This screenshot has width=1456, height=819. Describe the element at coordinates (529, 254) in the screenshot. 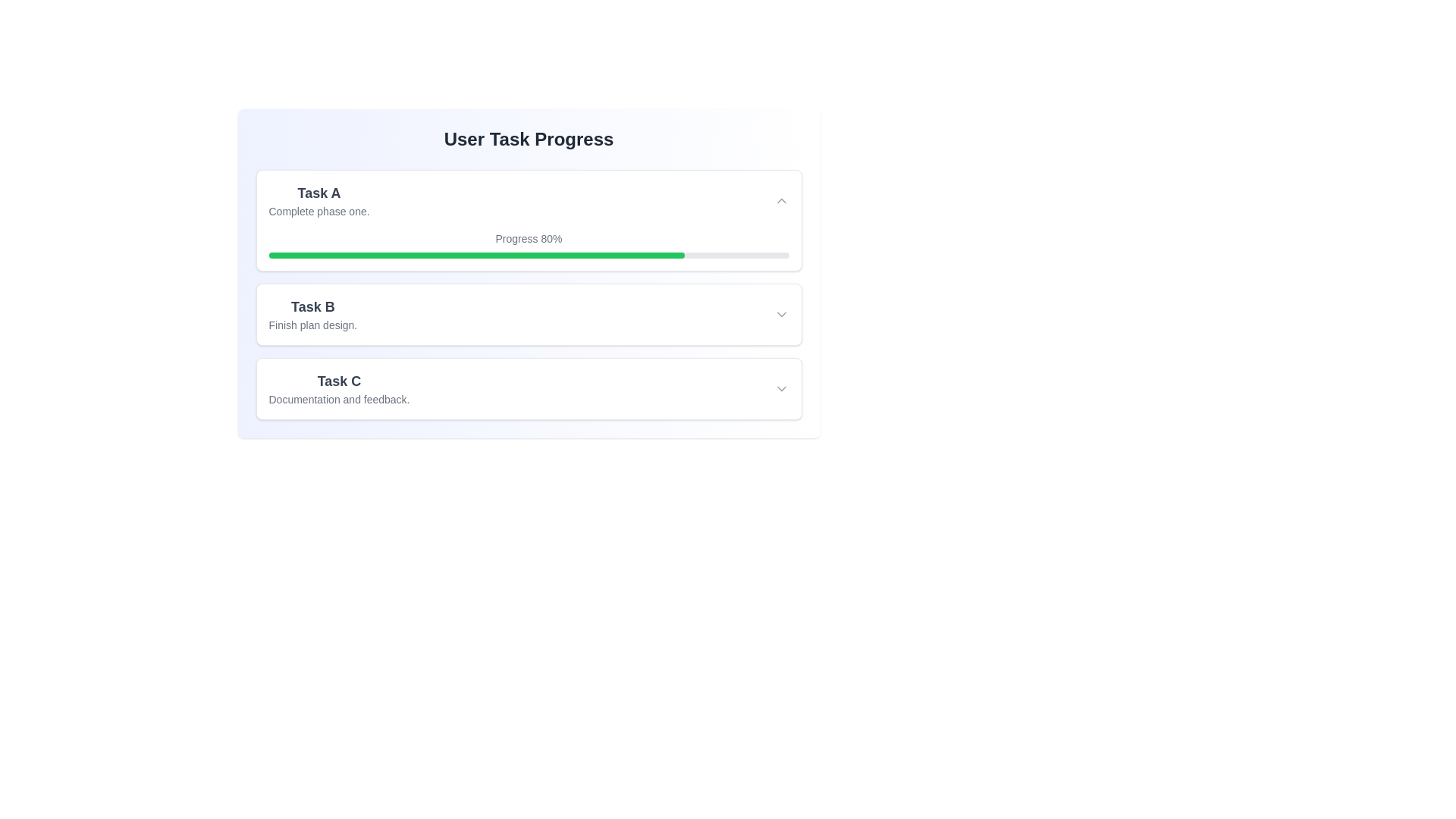

I see `the progress bar located beneath the text 'Progress 80%' in the 'Task A' section, which indicates an 80% completion with a green bar inside a light gray rectangular background` at that location.